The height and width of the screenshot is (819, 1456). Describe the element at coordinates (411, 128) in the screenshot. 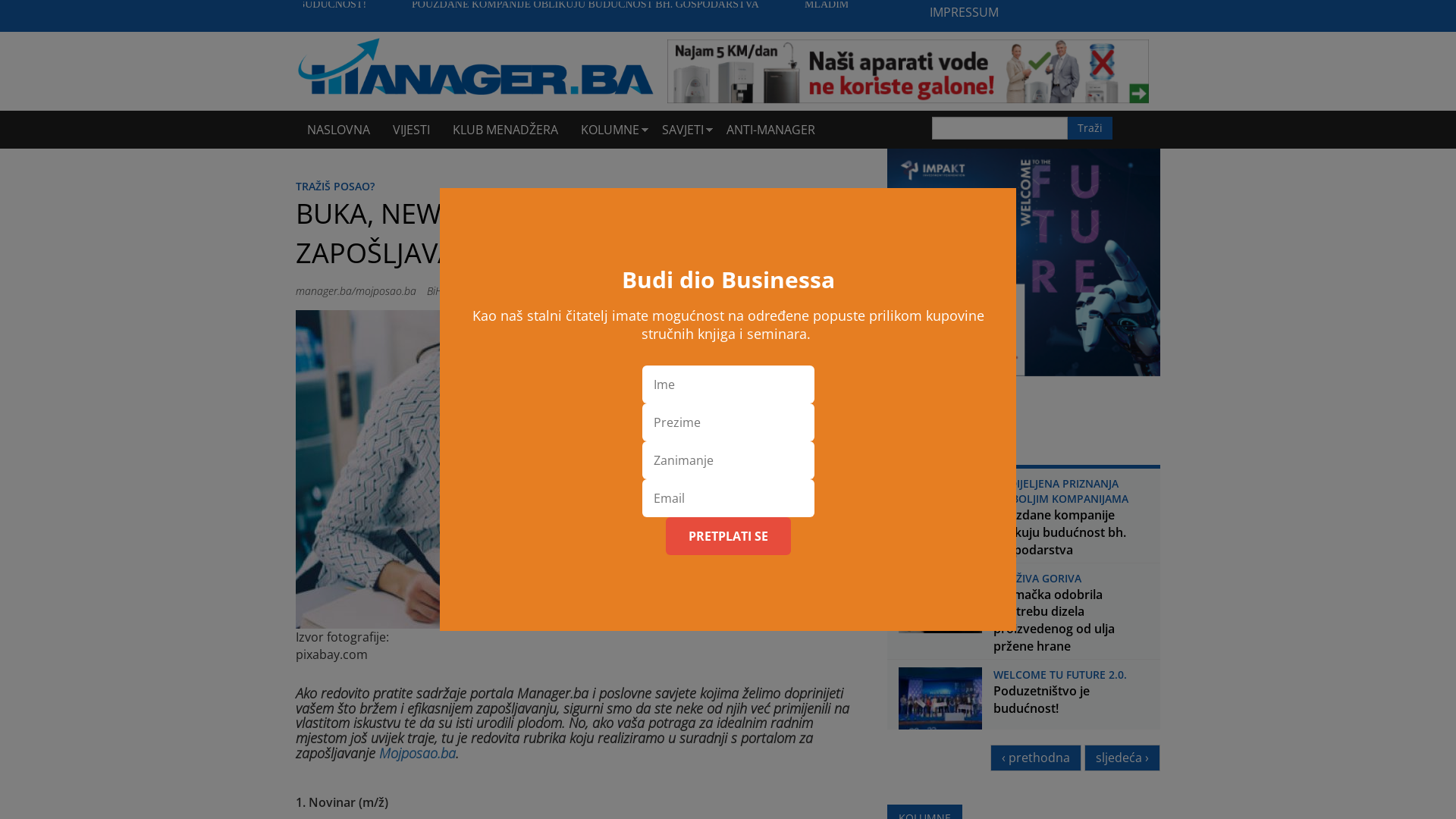

I see `'VIJESTI'` at that location.